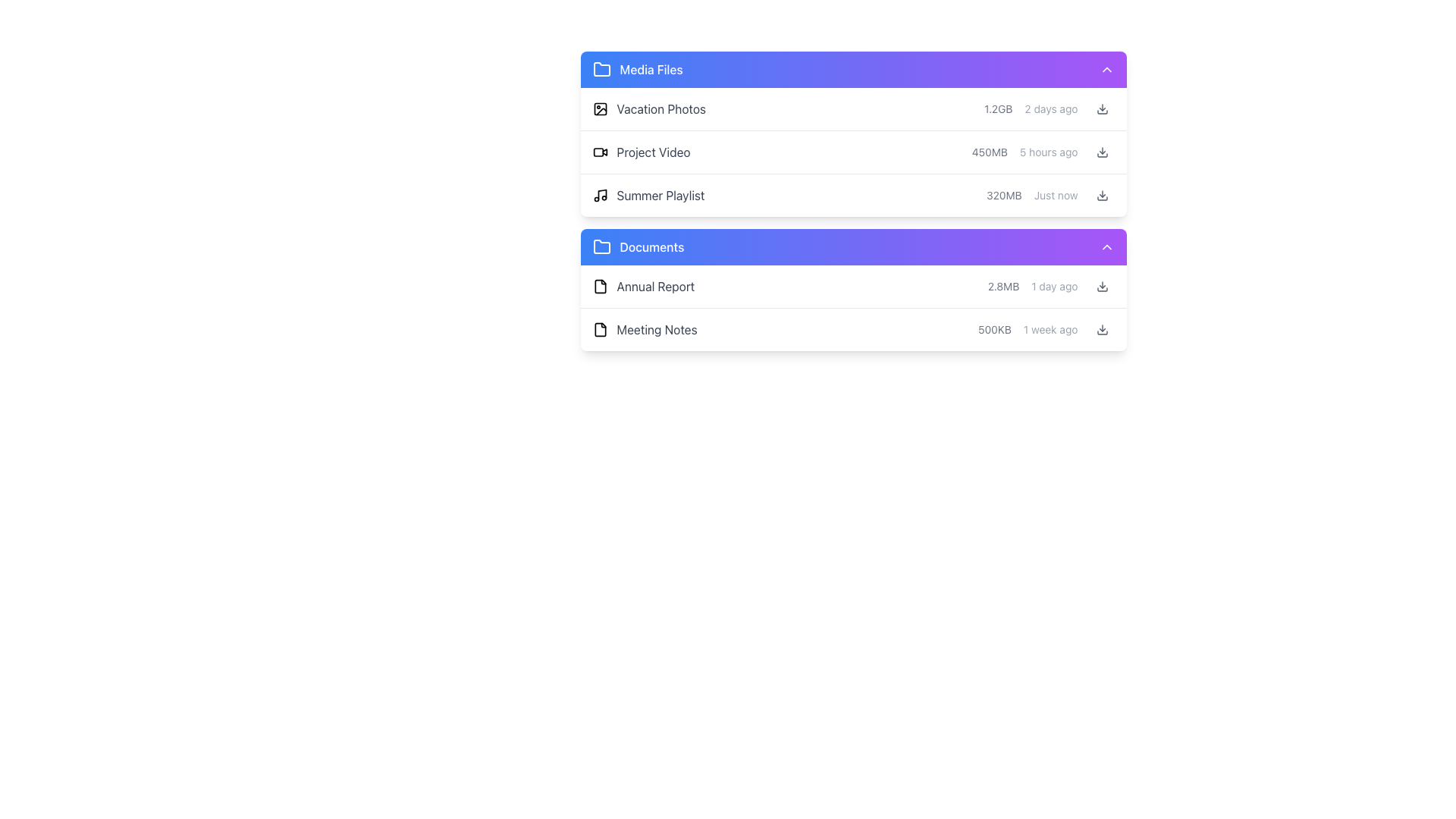 The width and height of the screenshot is (1456, 819). I want to click on the 'Annual Report' label, which is a gray textual label positioned under the 'Documents' section, to the right of a document file icon, so click(655, 287).